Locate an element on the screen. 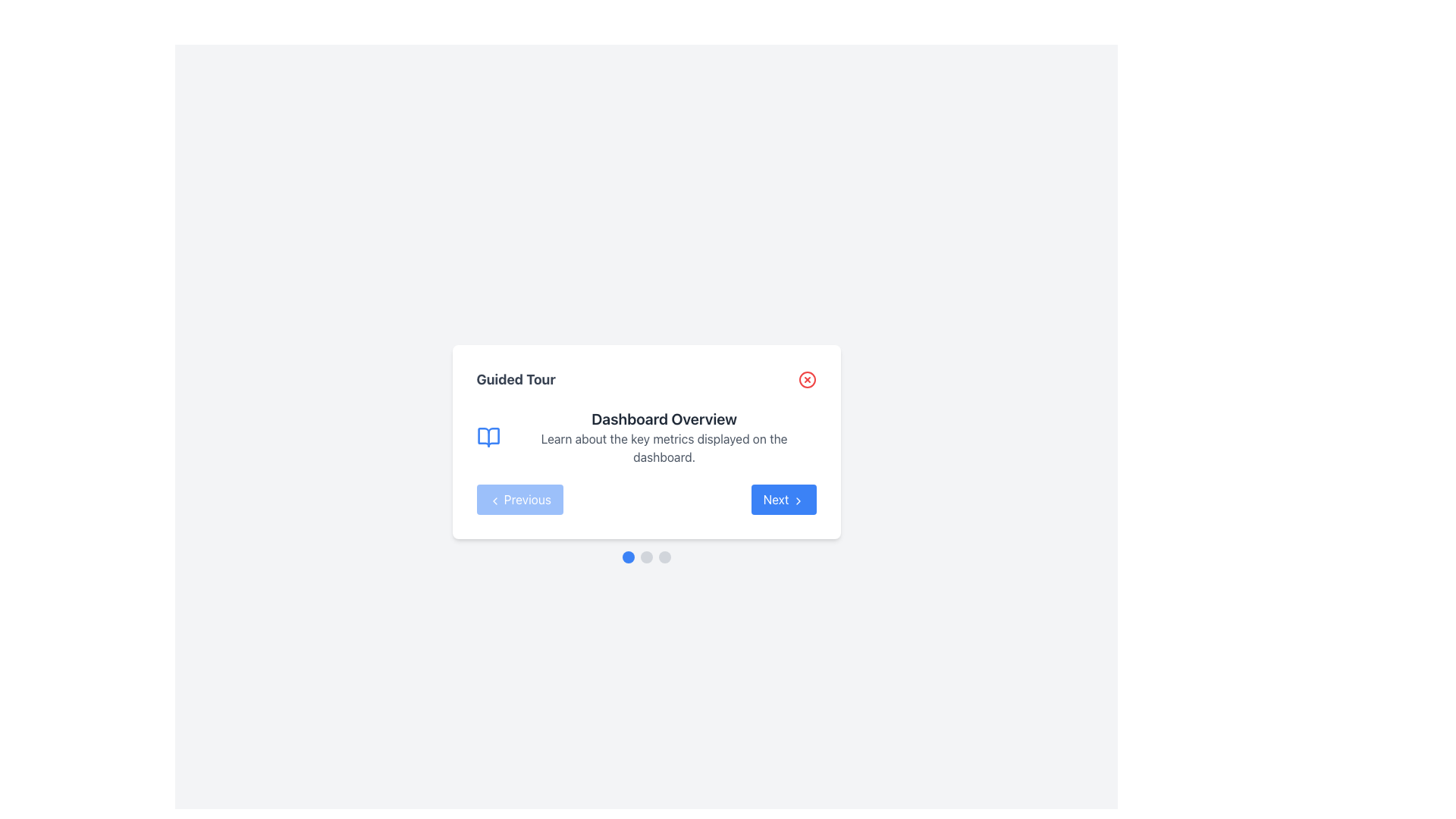 This screenshot has width=1456, height=819. the right-facing chevron icon embedded within the blue 'Next' button at the bottom-right of the guided tour dialog box is located at coordinates (797, 500).